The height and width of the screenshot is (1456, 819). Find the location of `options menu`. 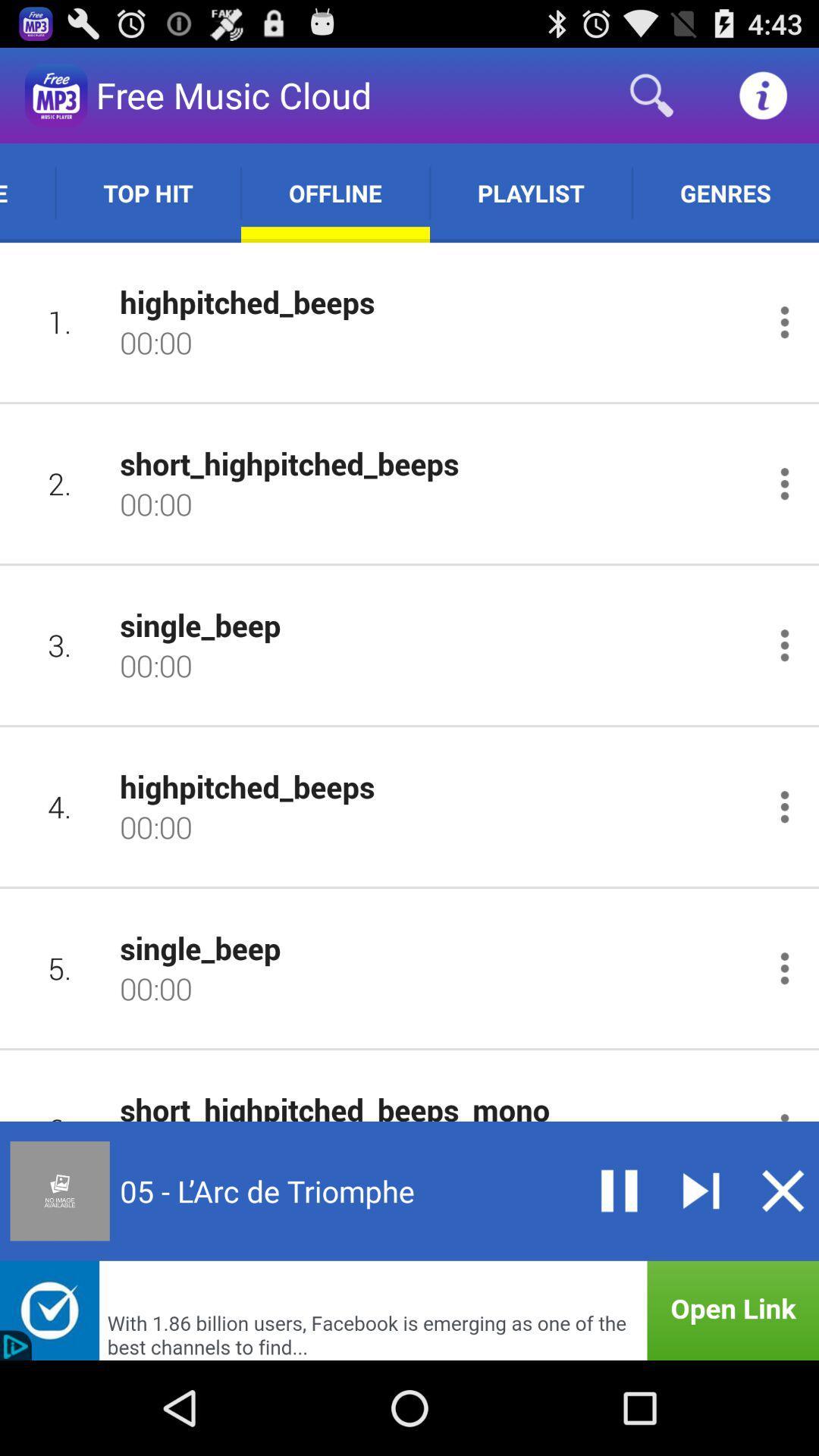

options menu is located at coordinates (784, 483).